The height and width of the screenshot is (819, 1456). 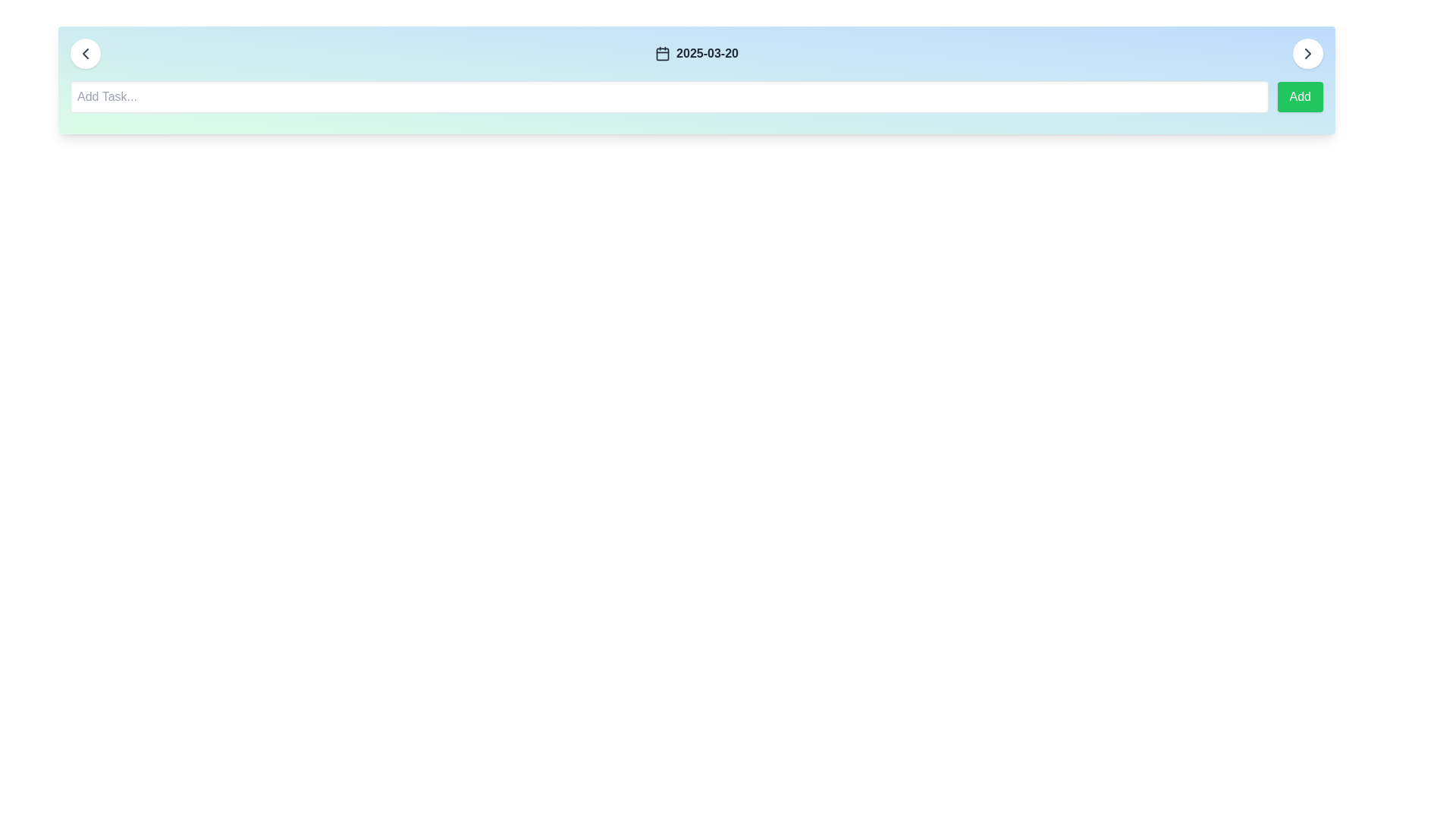 What do you see at coordinates (85, 52) in the screenshot?
I see `the circular button with a white background and a left-pointing chevron icon for a visual hint` at bounding box center [85, 52].